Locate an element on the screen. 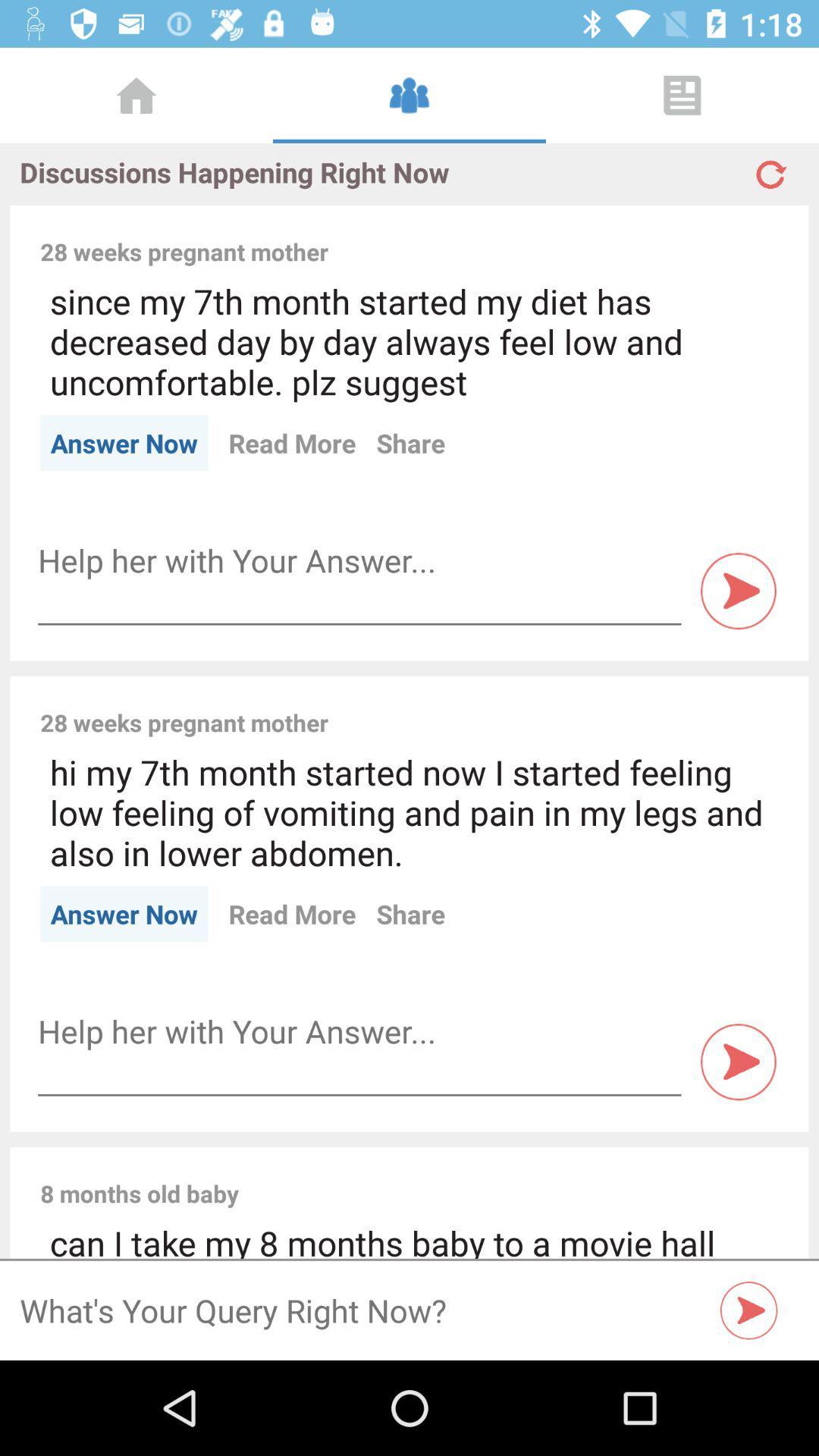 This screenshot has width=819, height=1456. the icon above the since my 7th item is located at coordinates (563, 234).